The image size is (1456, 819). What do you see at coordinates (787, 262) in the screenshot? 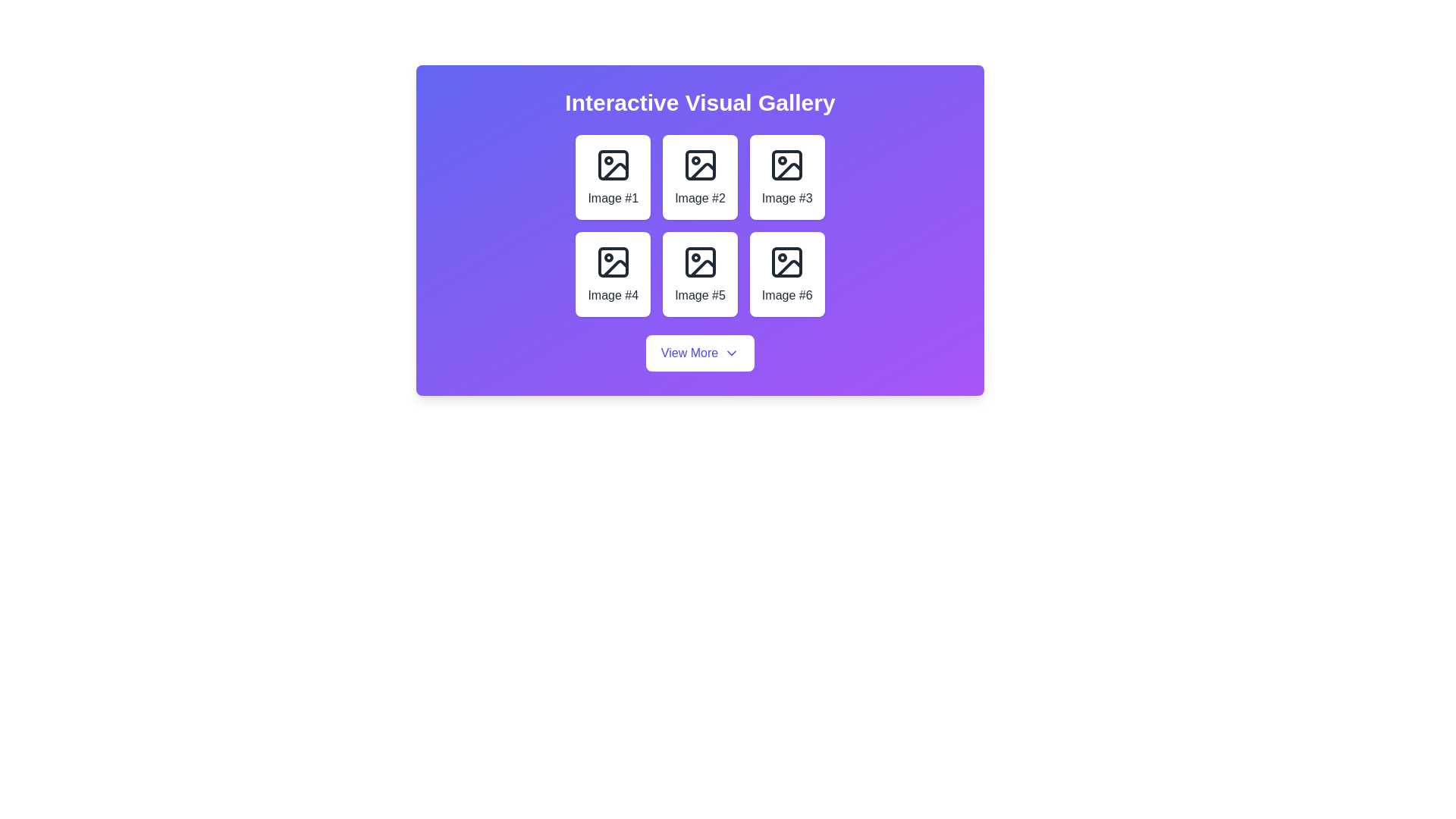
I see `the visual appearance of the decorative icon component within the SVG element representing 'Image #6', located in the bottom-right position of the gallery grid` at bounding box center [787, 262].